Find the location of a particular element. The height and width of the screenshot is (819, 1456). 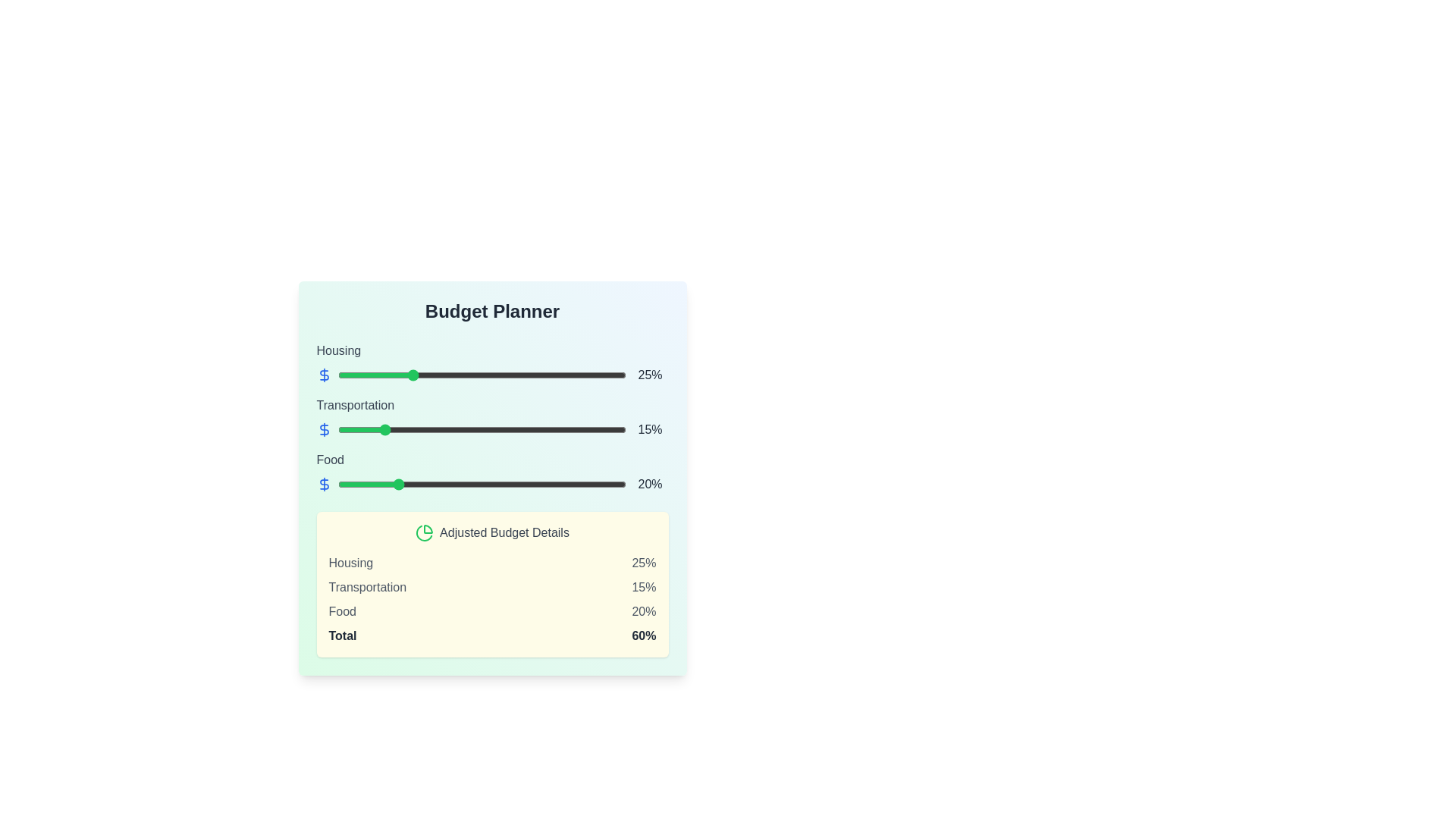

the housing budget slider is located at coordinates (366, 375).